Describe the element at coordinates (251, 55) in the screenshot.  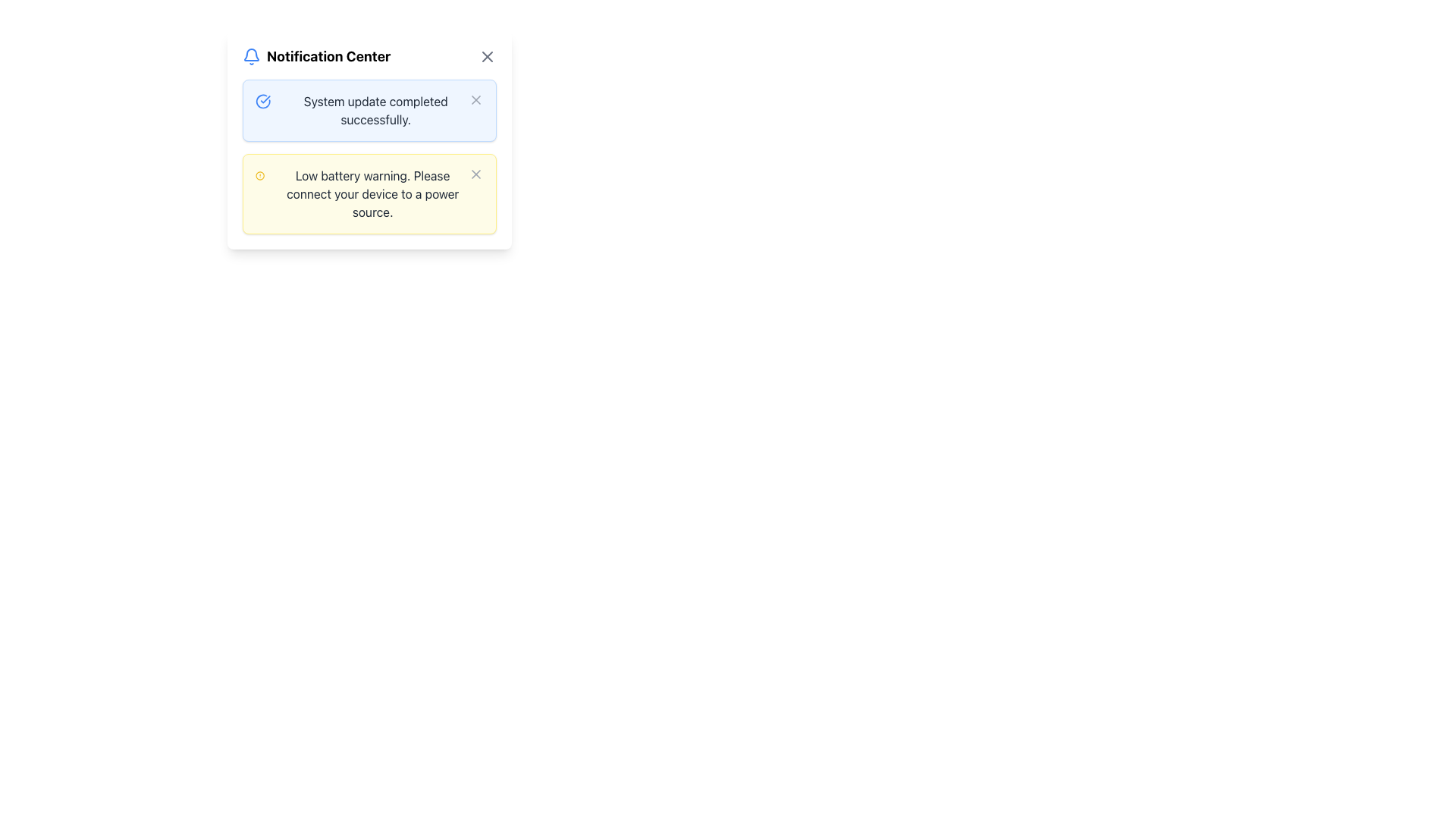
I see `the blue bell icon with a hollow outline design located to the far left of the Notification Center header area, adjacent to the text 'Notification Center'` at that location.